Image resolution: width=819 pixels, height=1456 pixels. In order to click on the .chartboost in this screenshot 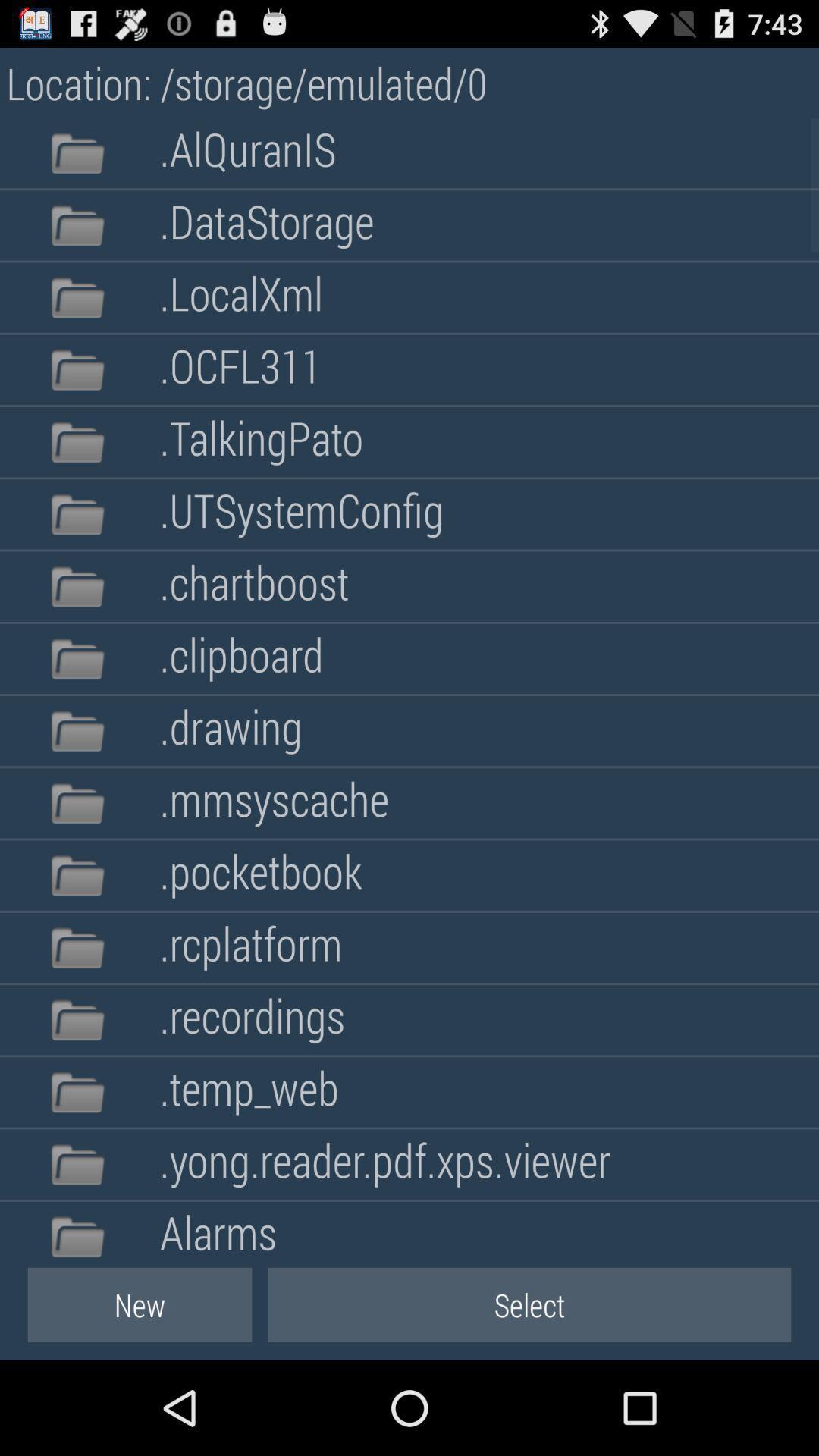, I will do `click(253, 585)`.